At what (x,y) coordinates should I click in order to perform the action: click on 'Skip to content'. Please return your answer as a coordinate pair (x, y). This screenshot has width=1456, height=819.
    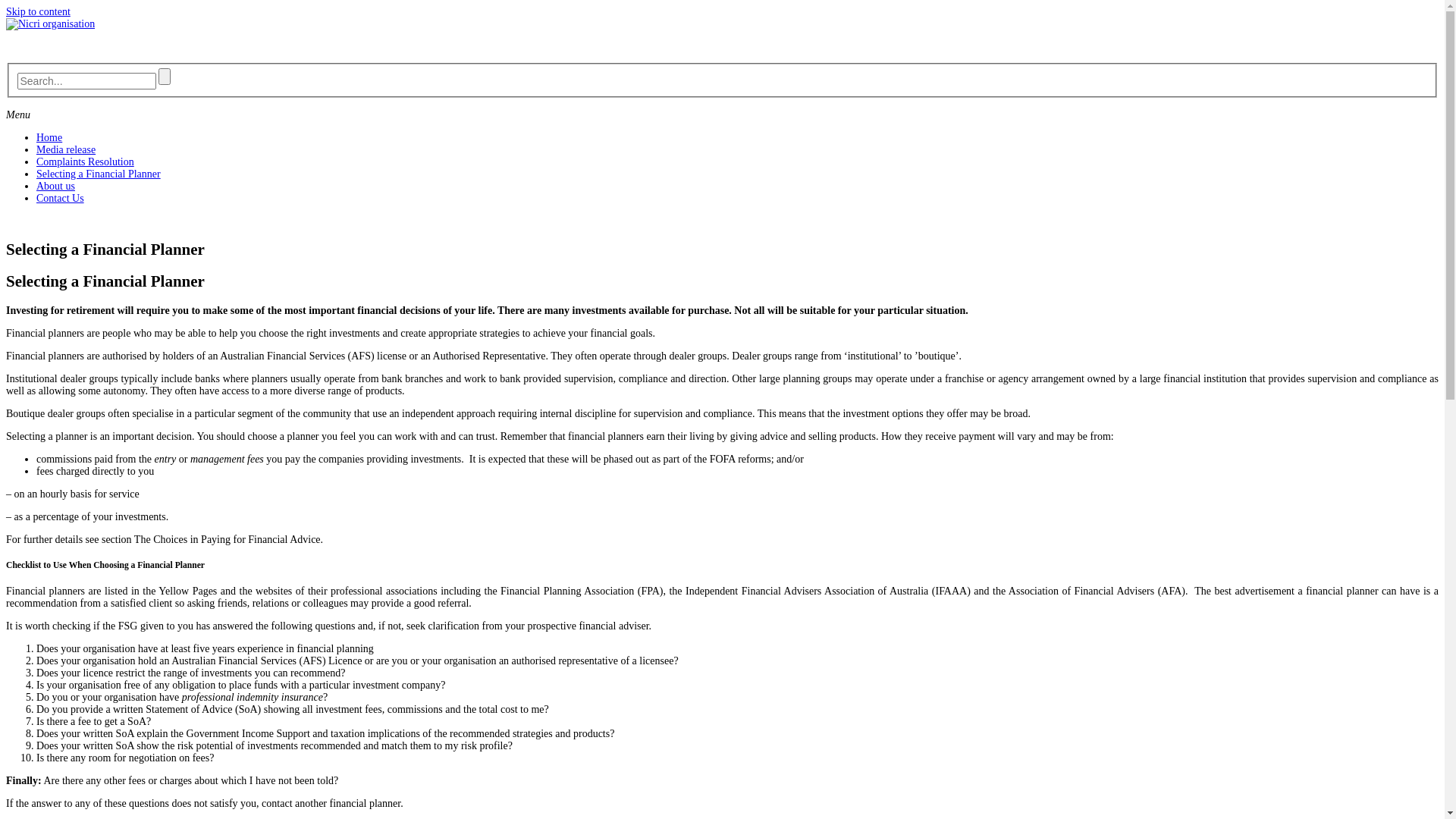
    Looking at the image, I should click on (6, 11).